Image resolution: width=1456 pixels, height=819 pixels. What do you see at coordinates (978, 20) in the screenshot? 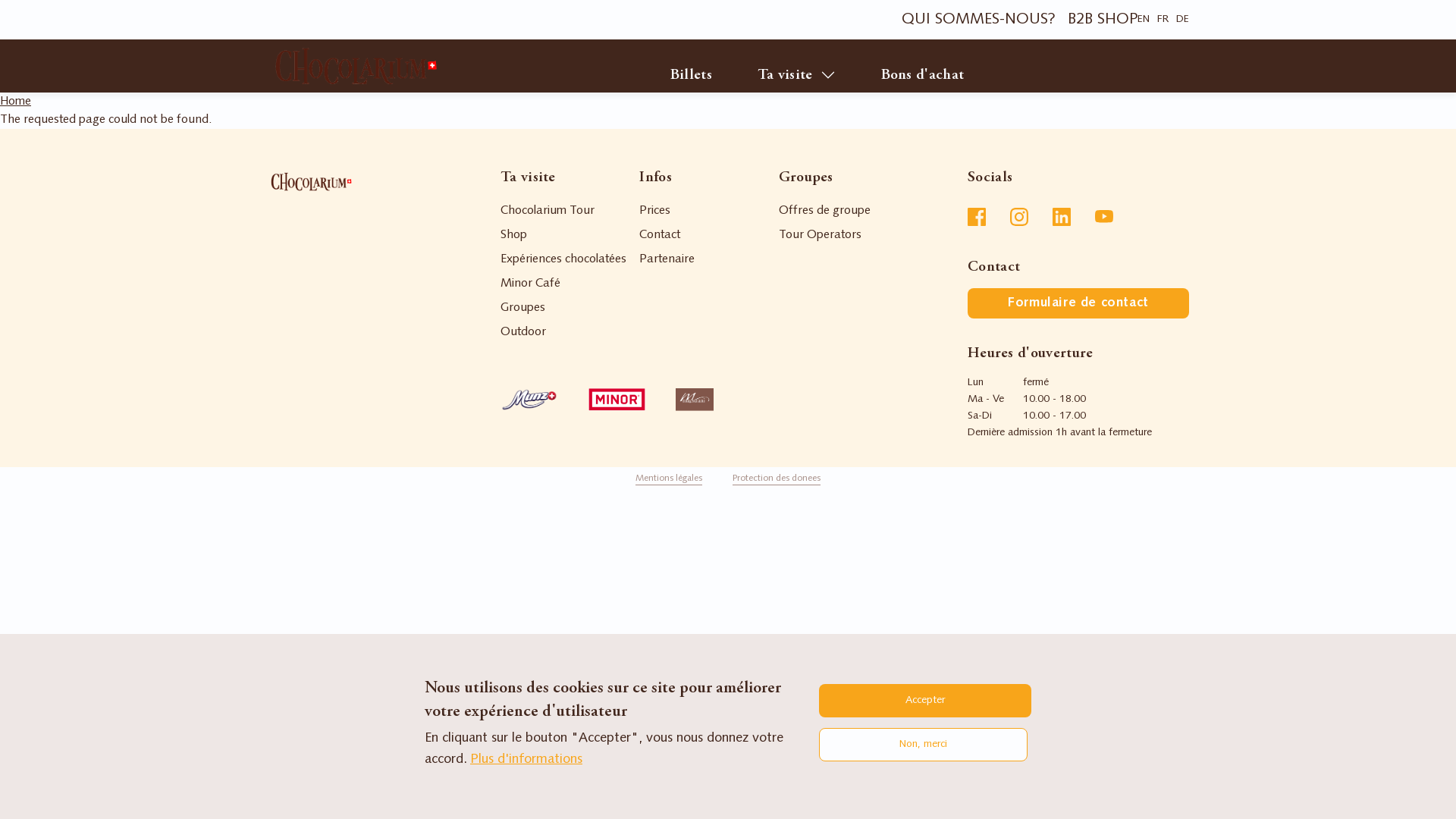
I see `'QUI SOMMES-NOUS?'` at bounding box center [978, 20].